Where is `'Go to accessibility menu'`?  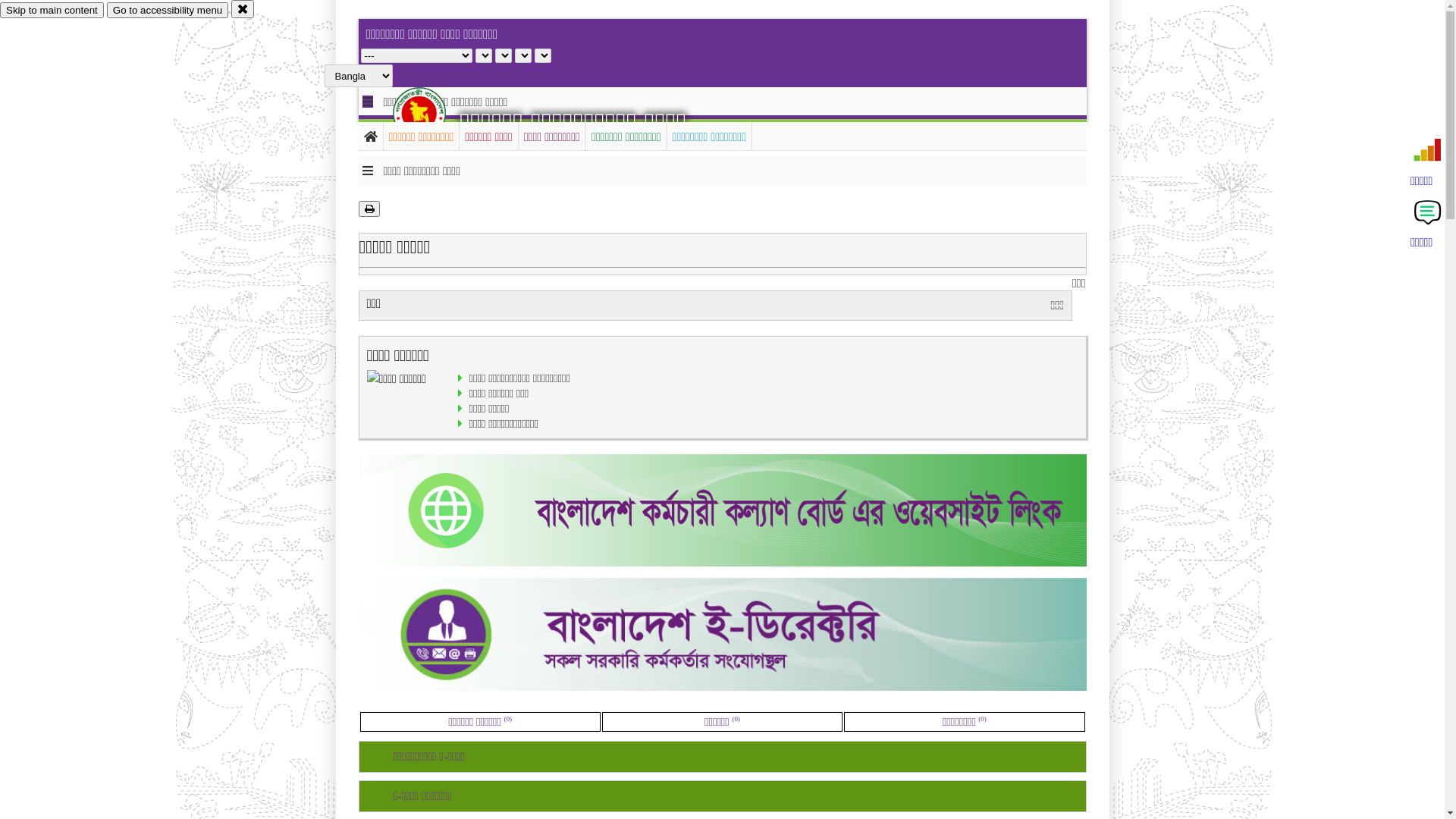
'Go to accessibility menu' is located at coordinates (167, 10).